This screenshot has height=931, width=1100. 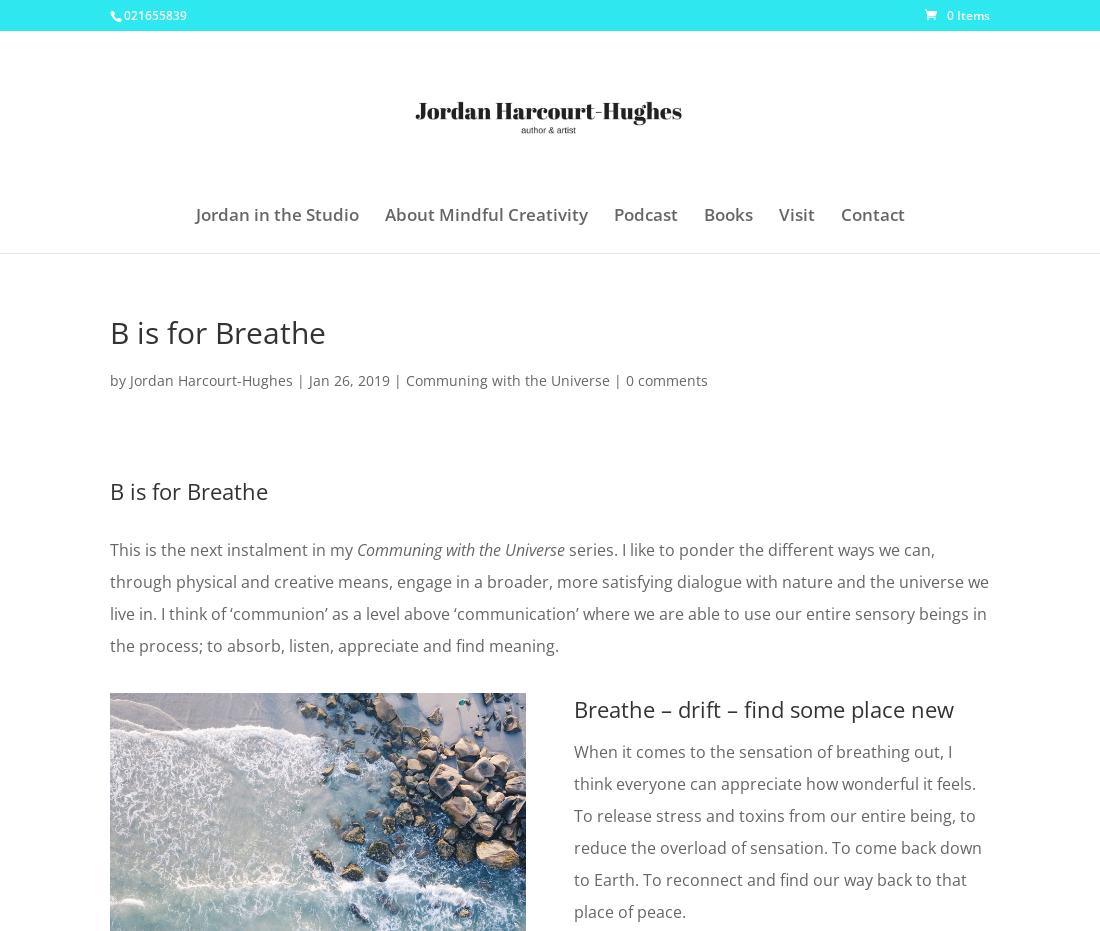 I want to click on 'series. I like to ponder the different ways we can, through physical and creative means, engage in a broader, more satisfying dialogue with nature and the universe we live in. I think of ‘communion’ as a level above ‘communication’ where we are able to use our entire sensory beings in the process; to absorb, listen, appreciate and find meaning.', so click(x=549, y=596).